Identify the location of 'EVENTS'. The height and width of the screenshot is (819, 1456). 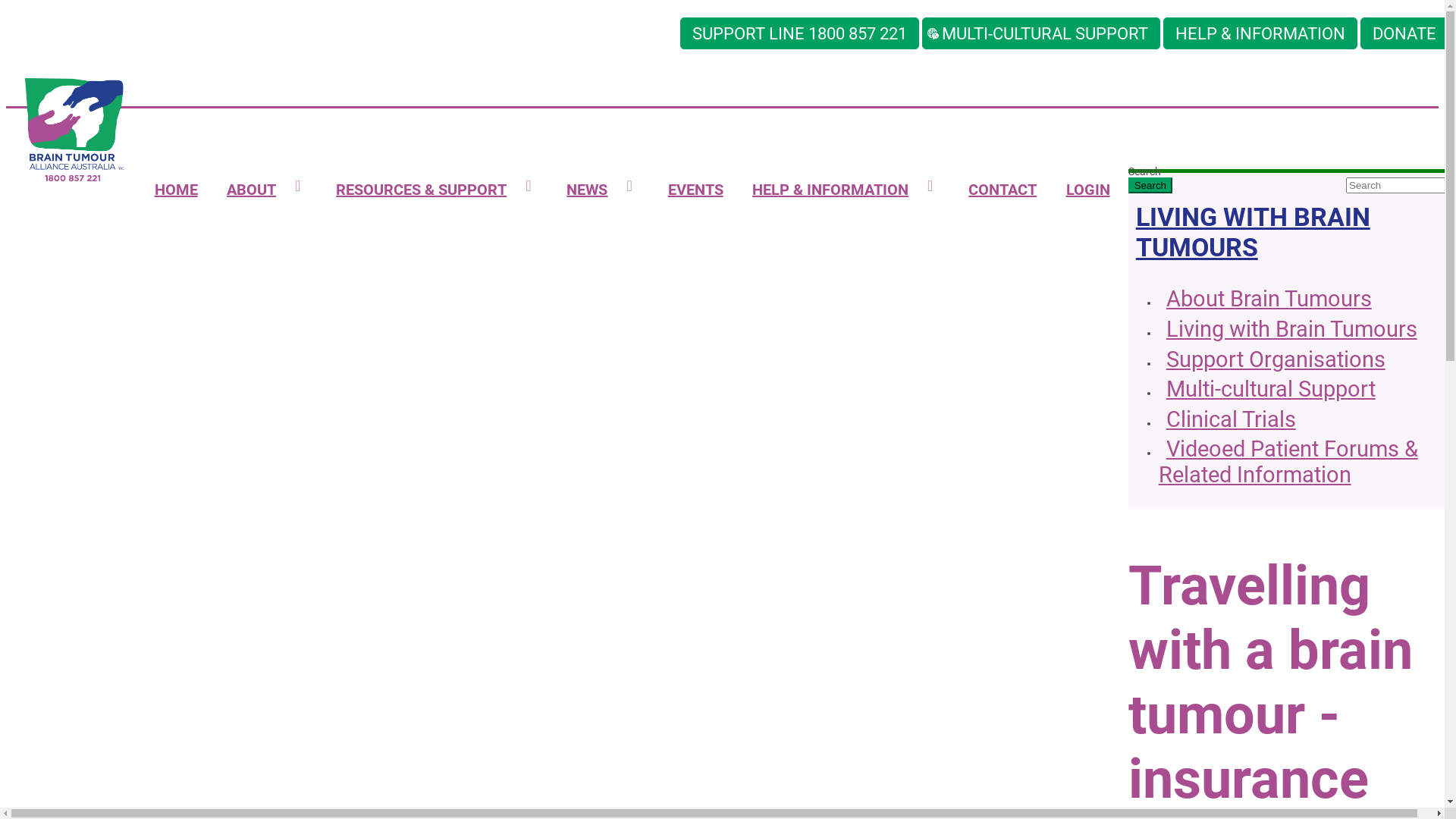
(694, 189).